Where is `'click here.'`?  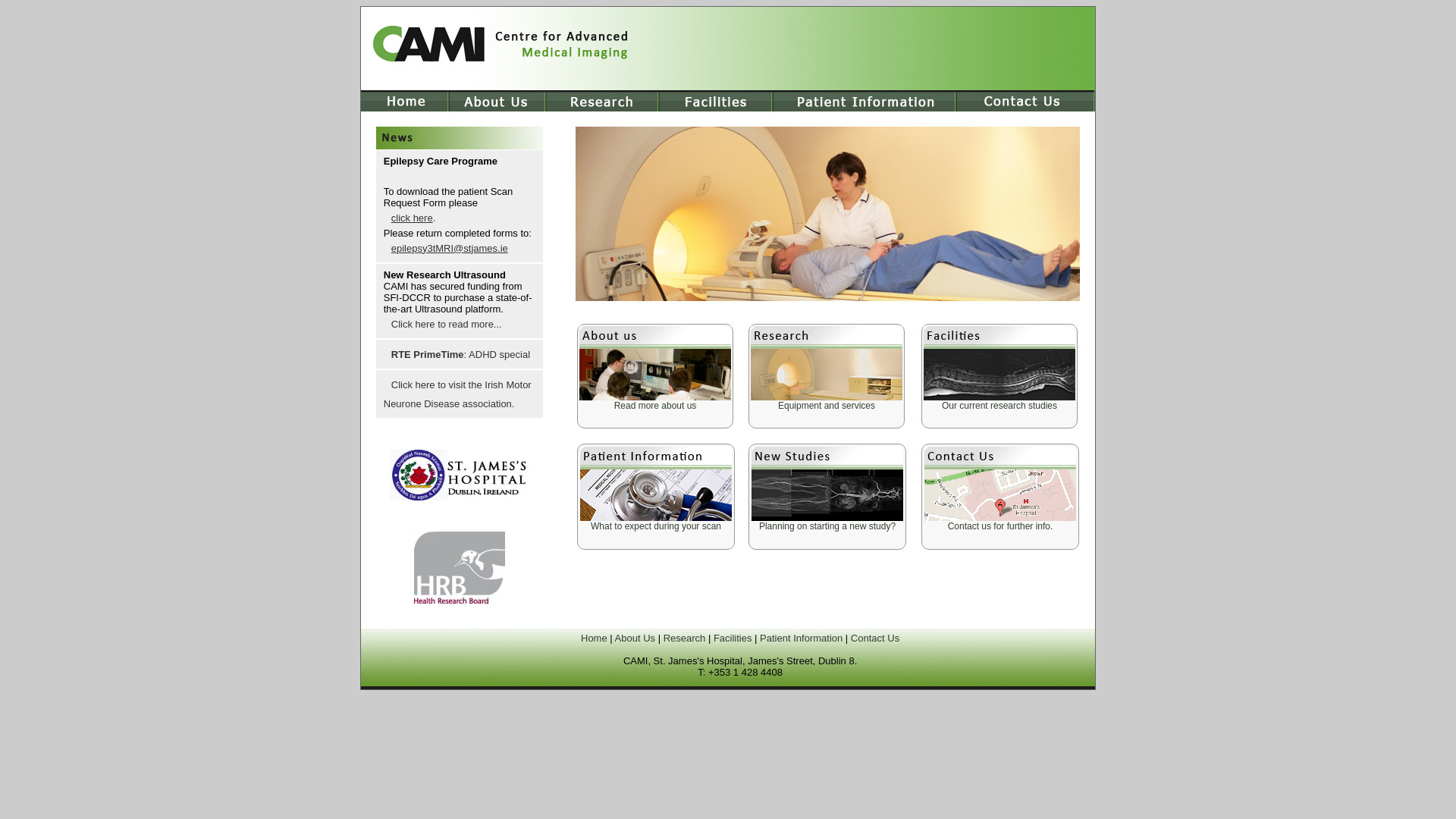
'click here.' is located at coordinates (459, 217).